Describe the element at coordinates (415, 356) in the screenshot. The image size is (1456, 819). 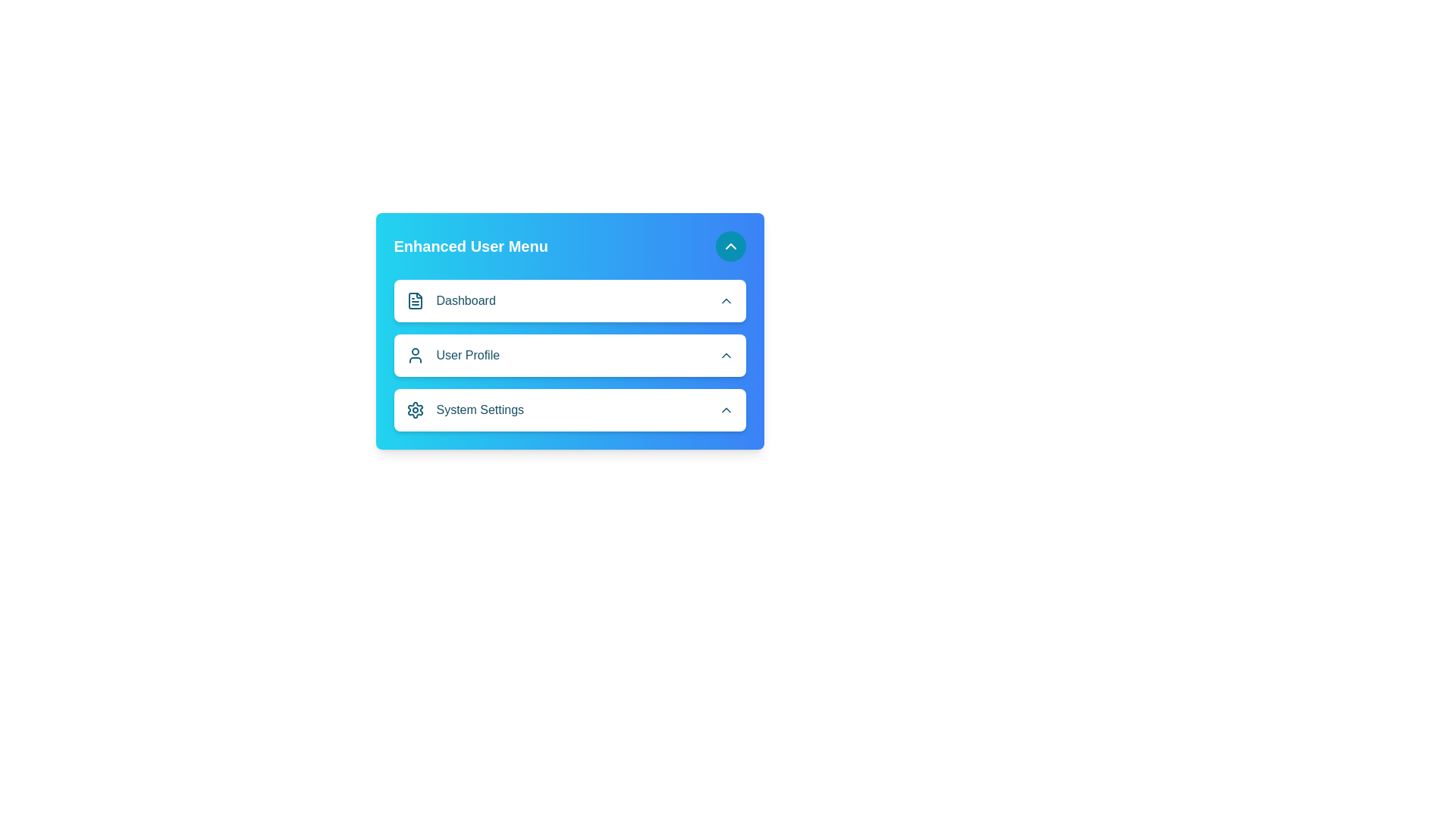
I see `the user profile menu item by clicking on the user icon, which is a cyan-colored icon of a user located to the left of the 'User Profile' text in the second item of the vertical menu` at that location.